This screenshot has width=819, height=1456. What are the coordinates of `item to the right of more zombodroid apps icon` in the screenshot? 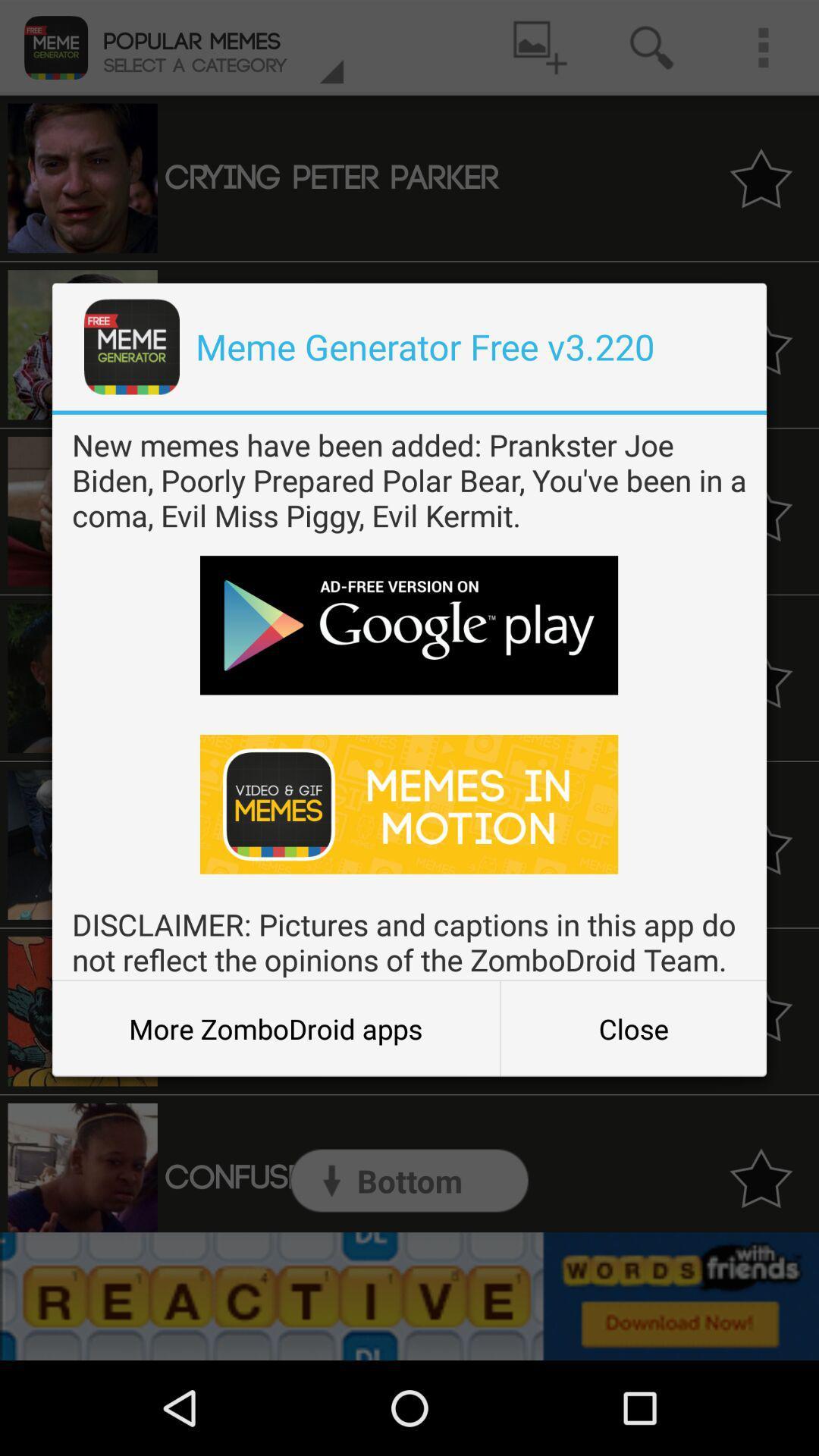 It's located at (633, 1028).